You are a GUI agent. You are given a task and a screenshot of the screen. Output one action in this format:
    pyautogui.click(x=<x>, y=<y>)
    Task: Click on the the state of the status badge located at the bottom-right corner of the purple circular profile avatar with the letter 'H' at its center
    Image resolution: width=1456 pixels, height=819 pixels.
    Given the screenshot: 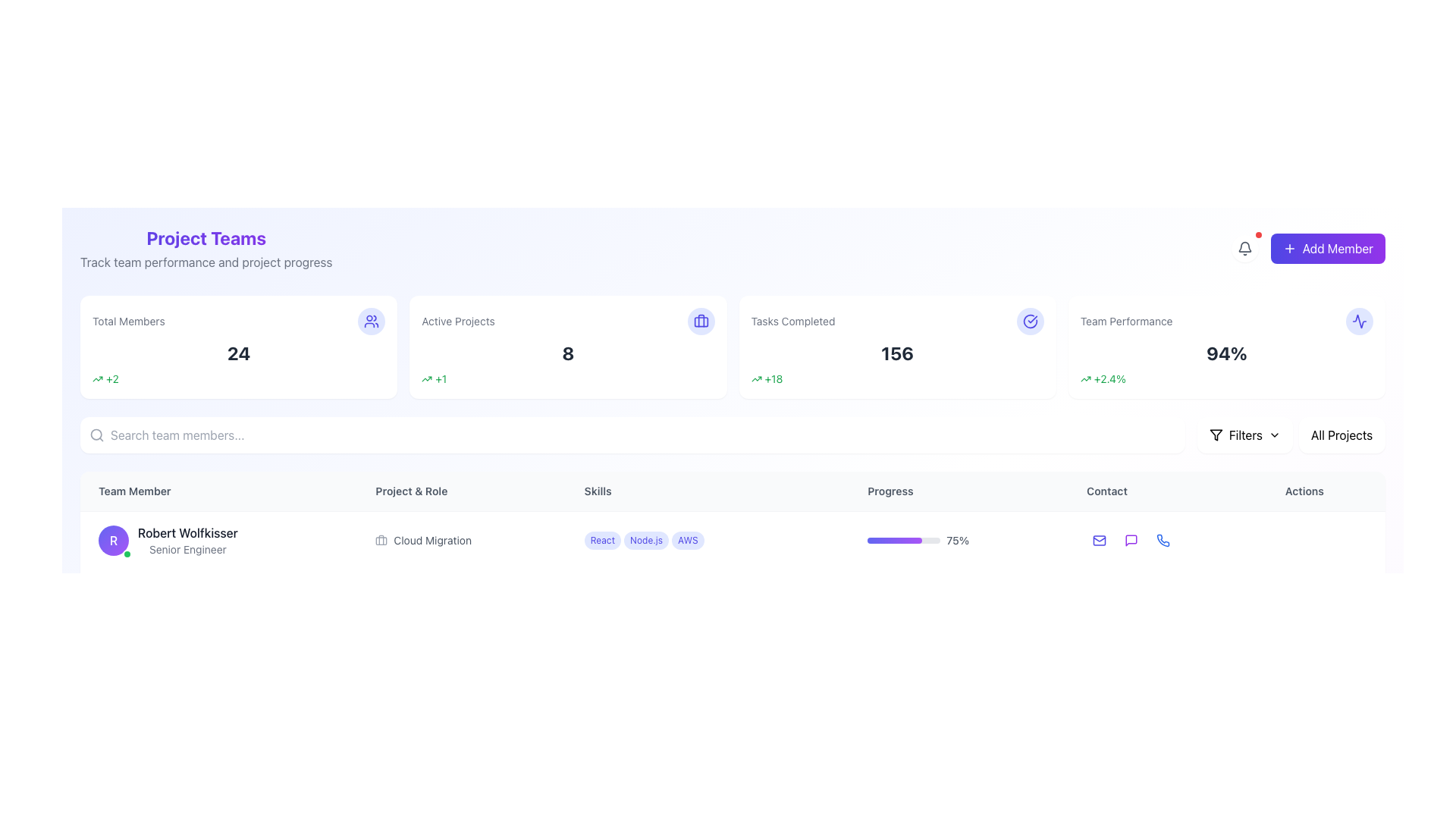 What is the action you would take?
    pyautogui.click(x=127, y=669)
    